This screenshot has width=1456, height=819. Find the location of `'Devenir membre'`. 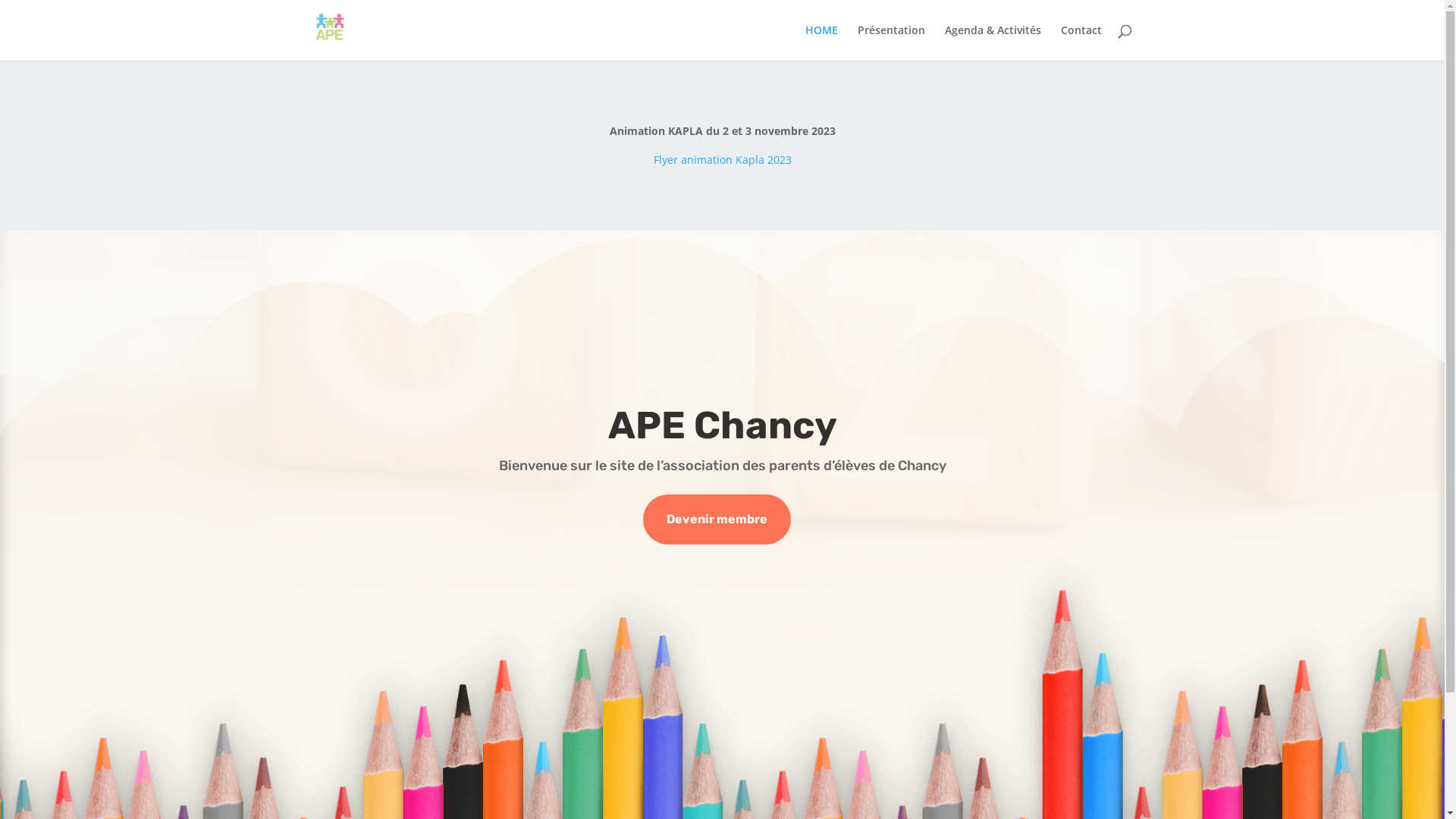

'Devenir membre' is located at coordinates (643, 519).